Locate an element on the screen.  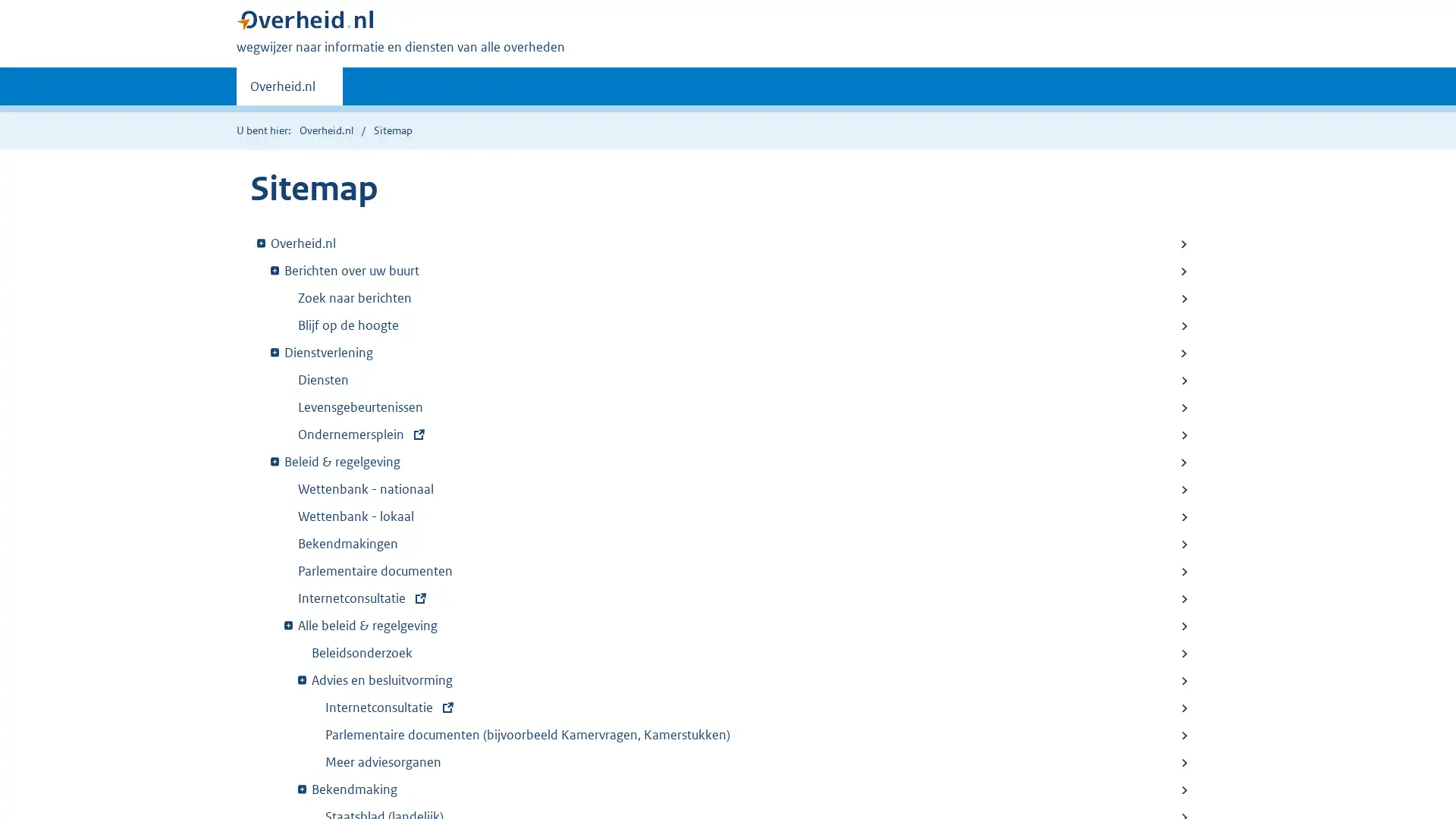
Verberg onderliggende is located at coordinates (302, 787).